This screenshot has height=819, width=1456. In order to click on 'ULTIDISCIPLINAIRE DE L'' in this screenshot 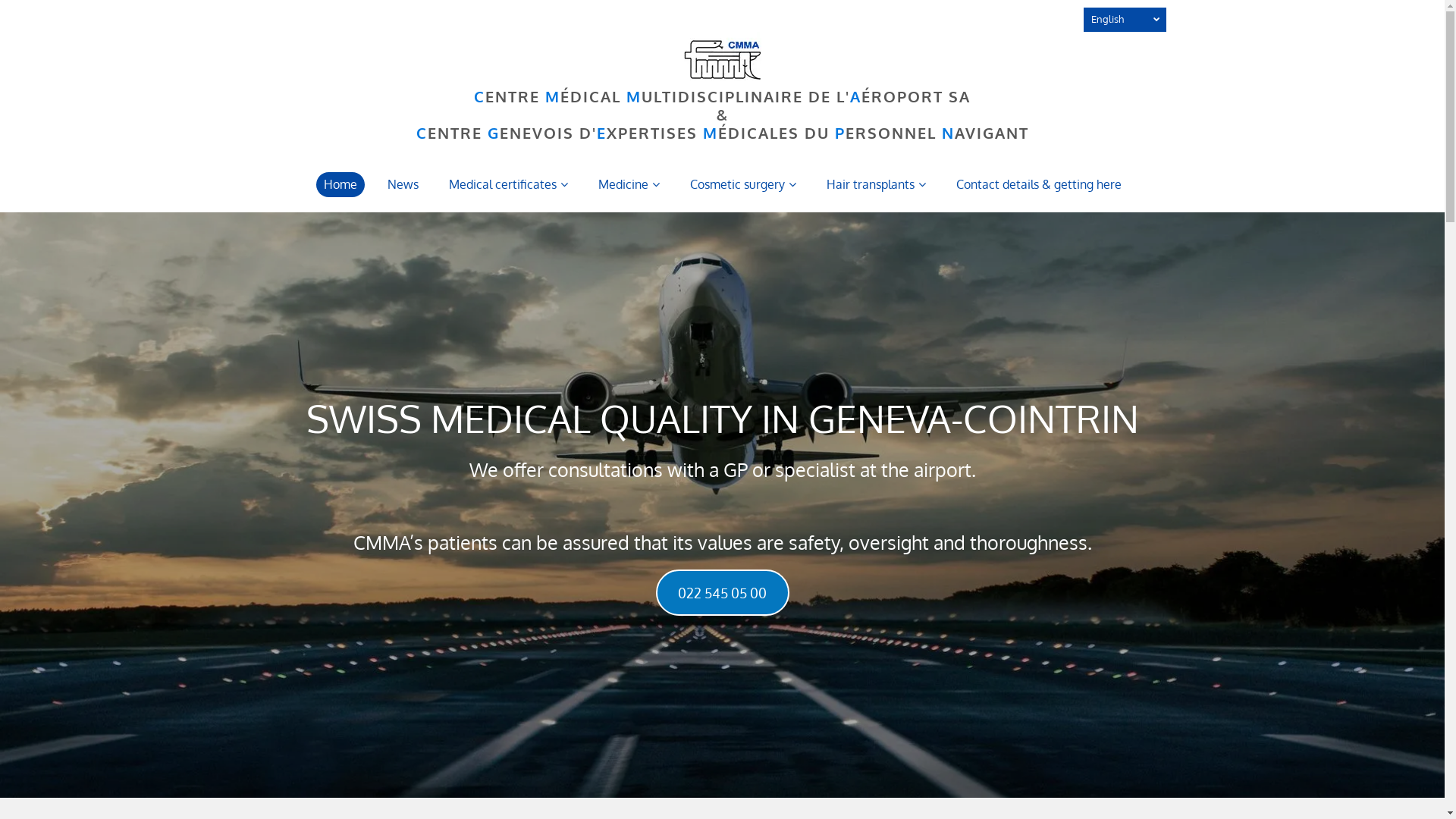, I will do `click(641, 96)`.